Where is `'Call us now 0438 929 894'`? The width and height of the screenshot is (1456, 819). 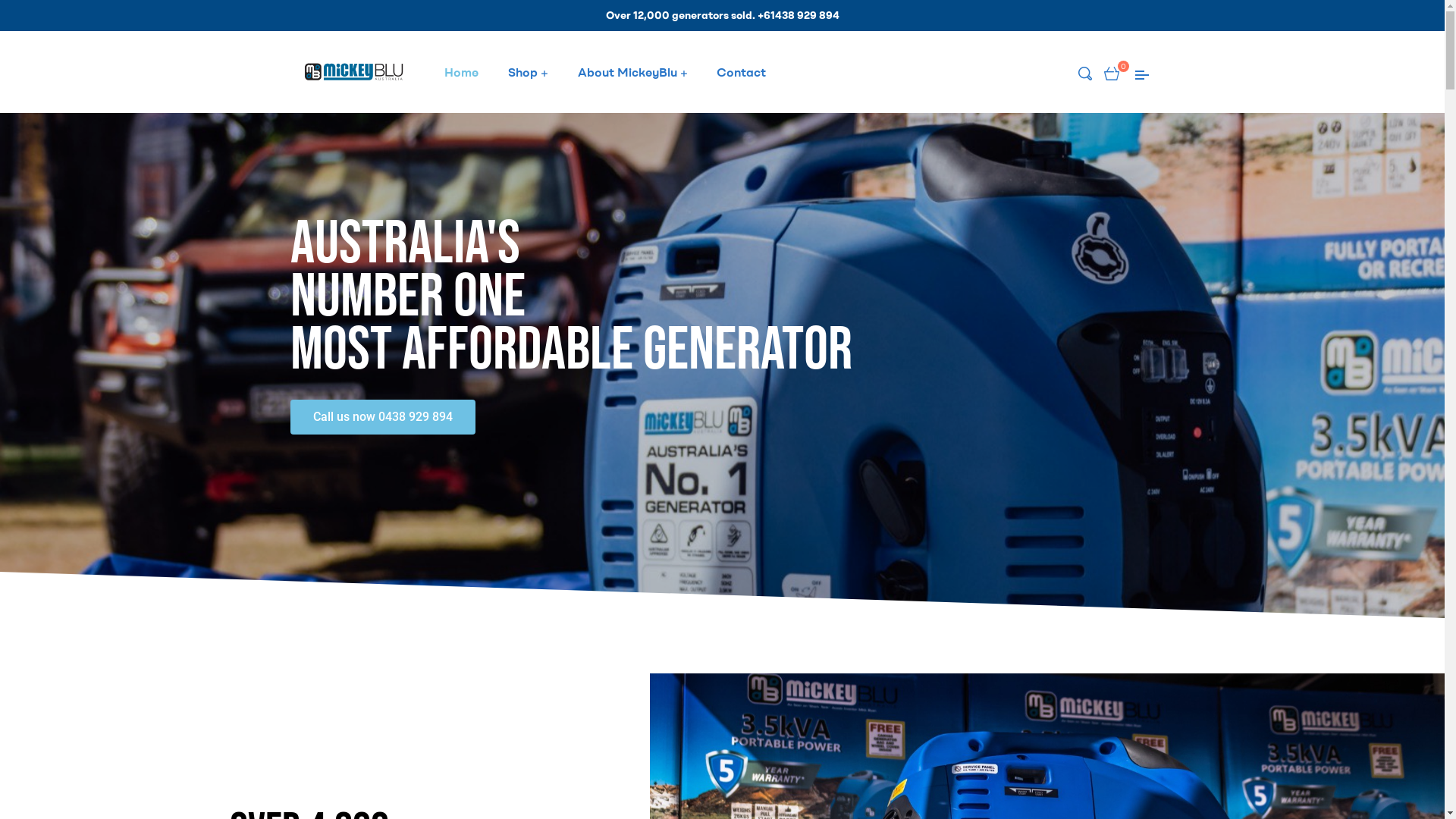
'Call us now 0438 929 894' is located at coordinates (382, 416).